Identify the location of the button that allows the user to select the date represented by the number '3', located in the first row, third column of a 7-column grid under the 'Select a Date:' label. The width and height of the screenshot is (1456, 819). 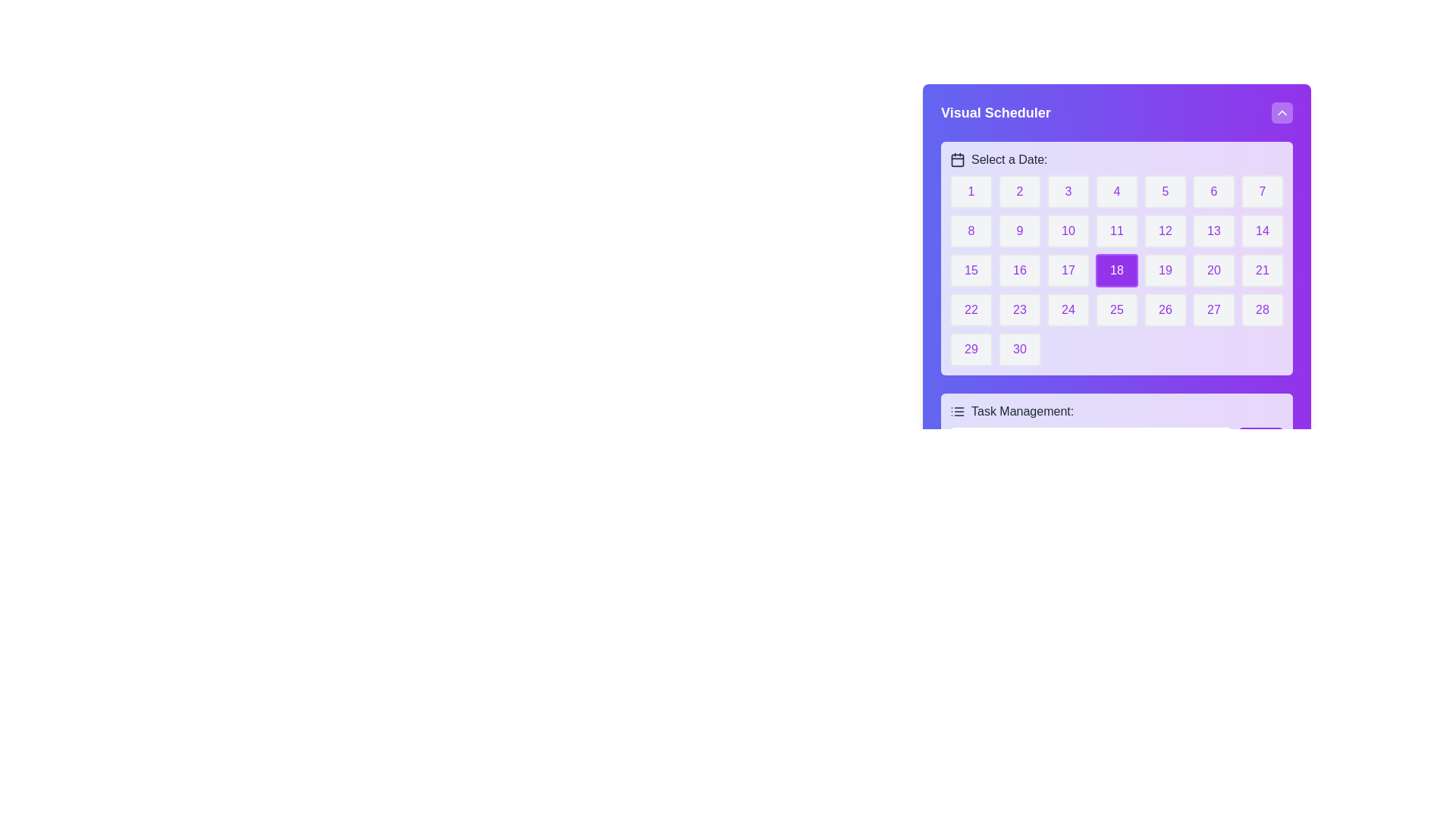
(1068, 191).